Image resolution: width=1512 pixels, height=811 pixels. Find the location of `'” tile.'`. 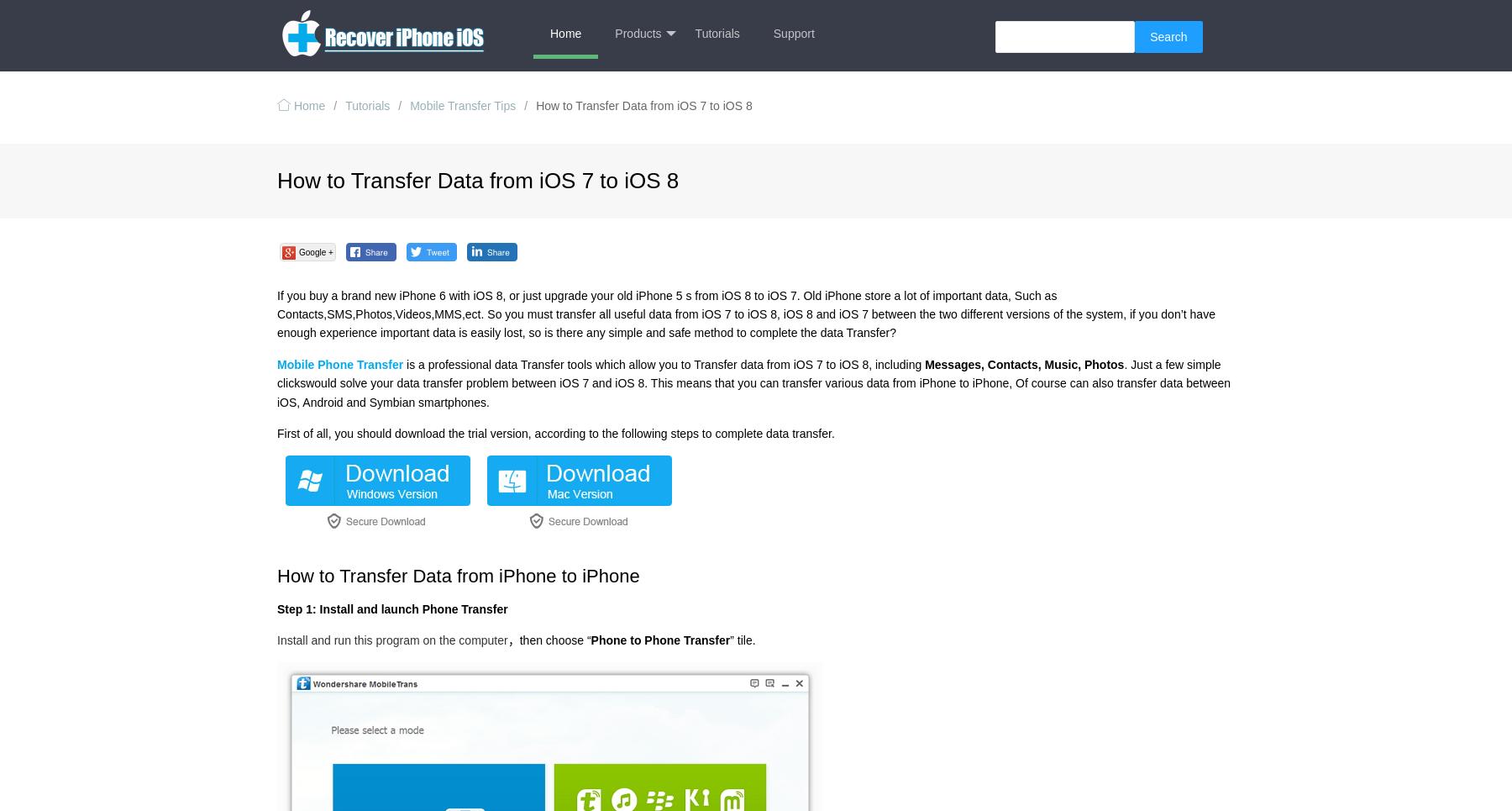

'” tile.' is located at coordinates (742, 638).